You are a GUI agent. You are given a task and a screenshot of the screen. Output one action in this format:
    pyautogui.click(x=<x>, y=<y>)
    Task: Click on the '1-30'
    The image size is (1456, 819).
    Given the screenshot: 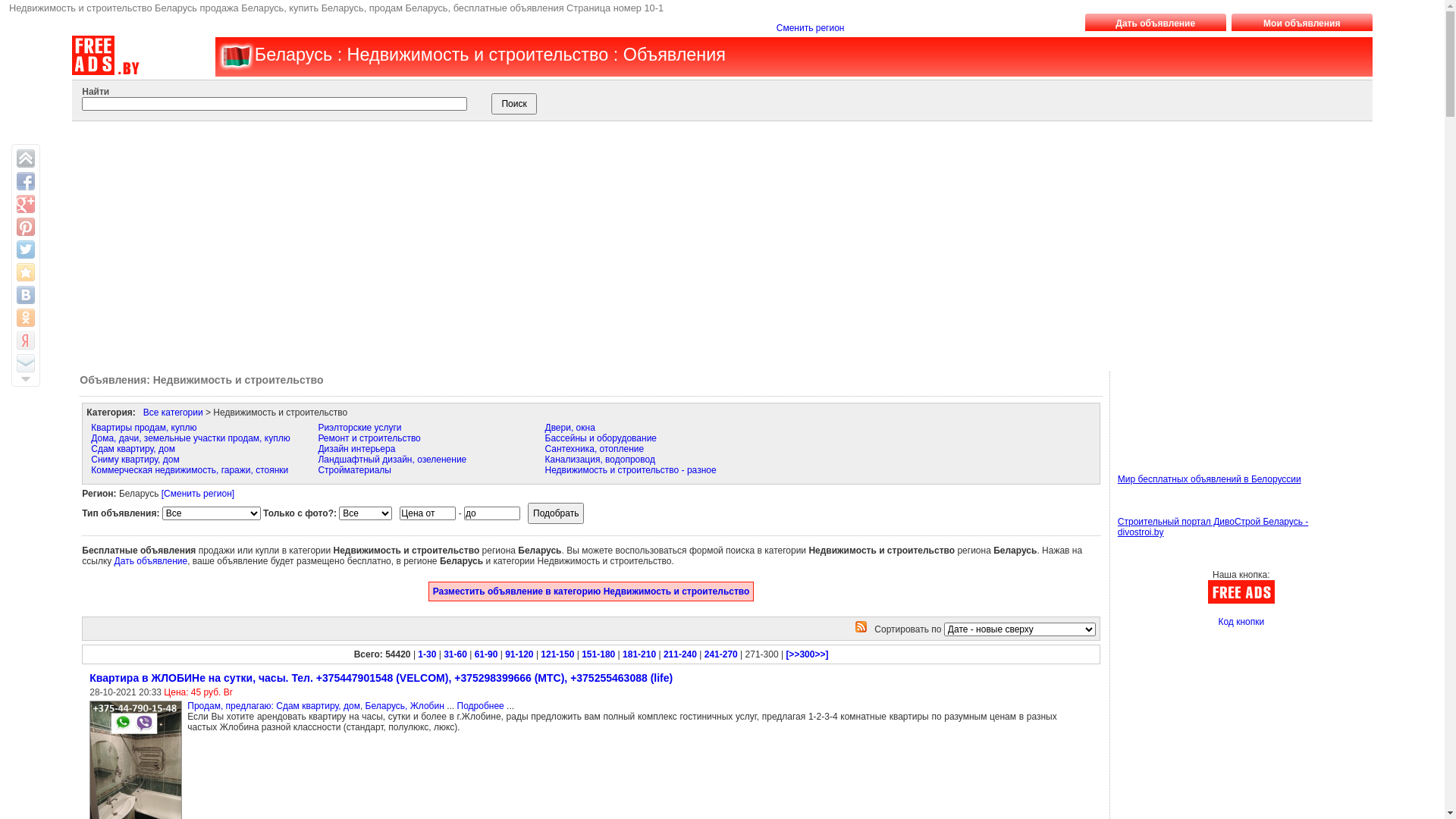 What is the action you would take?
    pyautogui.click(x=425, y=654)
    